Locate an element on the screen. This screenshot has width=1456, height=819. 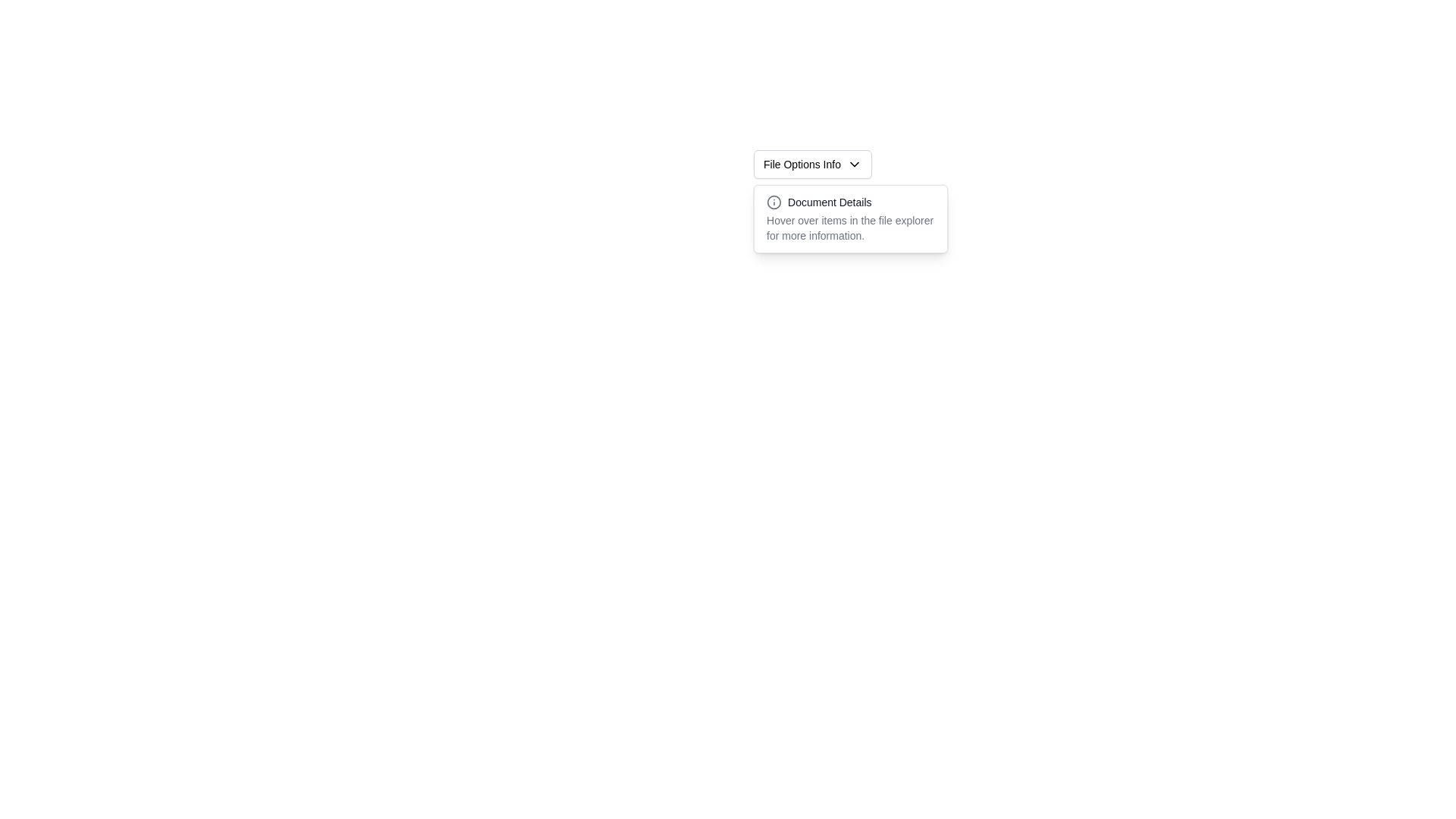
the information icon, which is a small gray circular icon with a dot in the center, located to the left of the 'Document Details' text, for additional details is located at coordinates (774, 201).